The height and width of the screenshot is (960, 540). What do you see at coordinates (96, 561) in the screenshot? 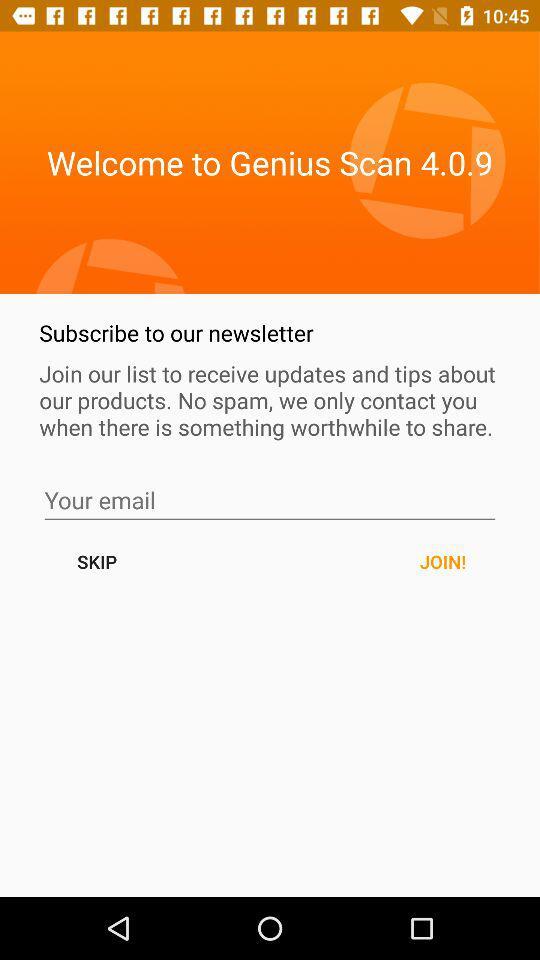
I see `the skip icon` at bounding box center [96, 561].